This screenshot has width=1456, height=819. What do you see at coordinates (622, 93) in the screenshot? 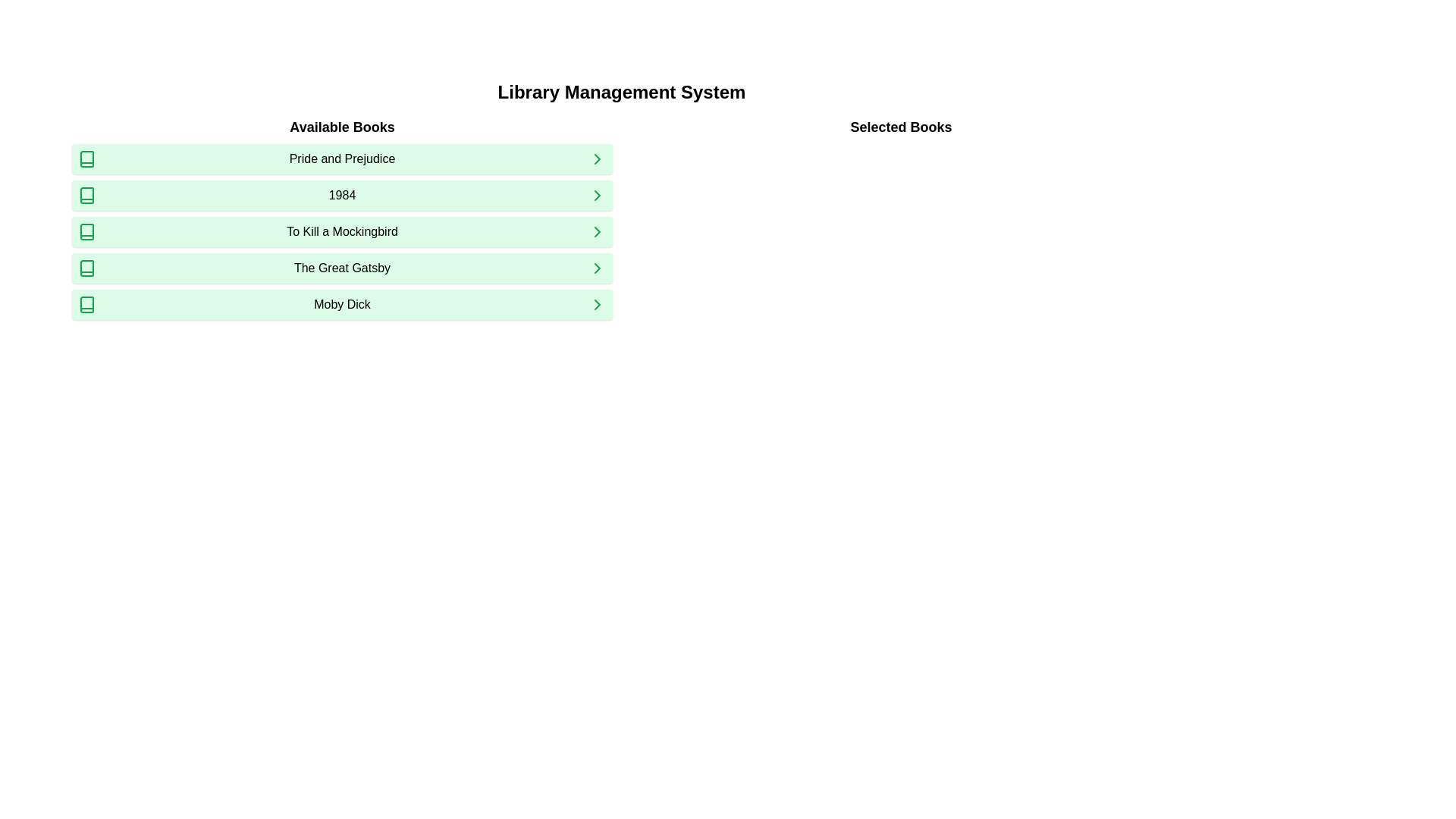
I see `the main heading text label that indicates the purpose of the application, positioned centrally above the two-column layout of available and selected books` at bounding box center [622, 93].